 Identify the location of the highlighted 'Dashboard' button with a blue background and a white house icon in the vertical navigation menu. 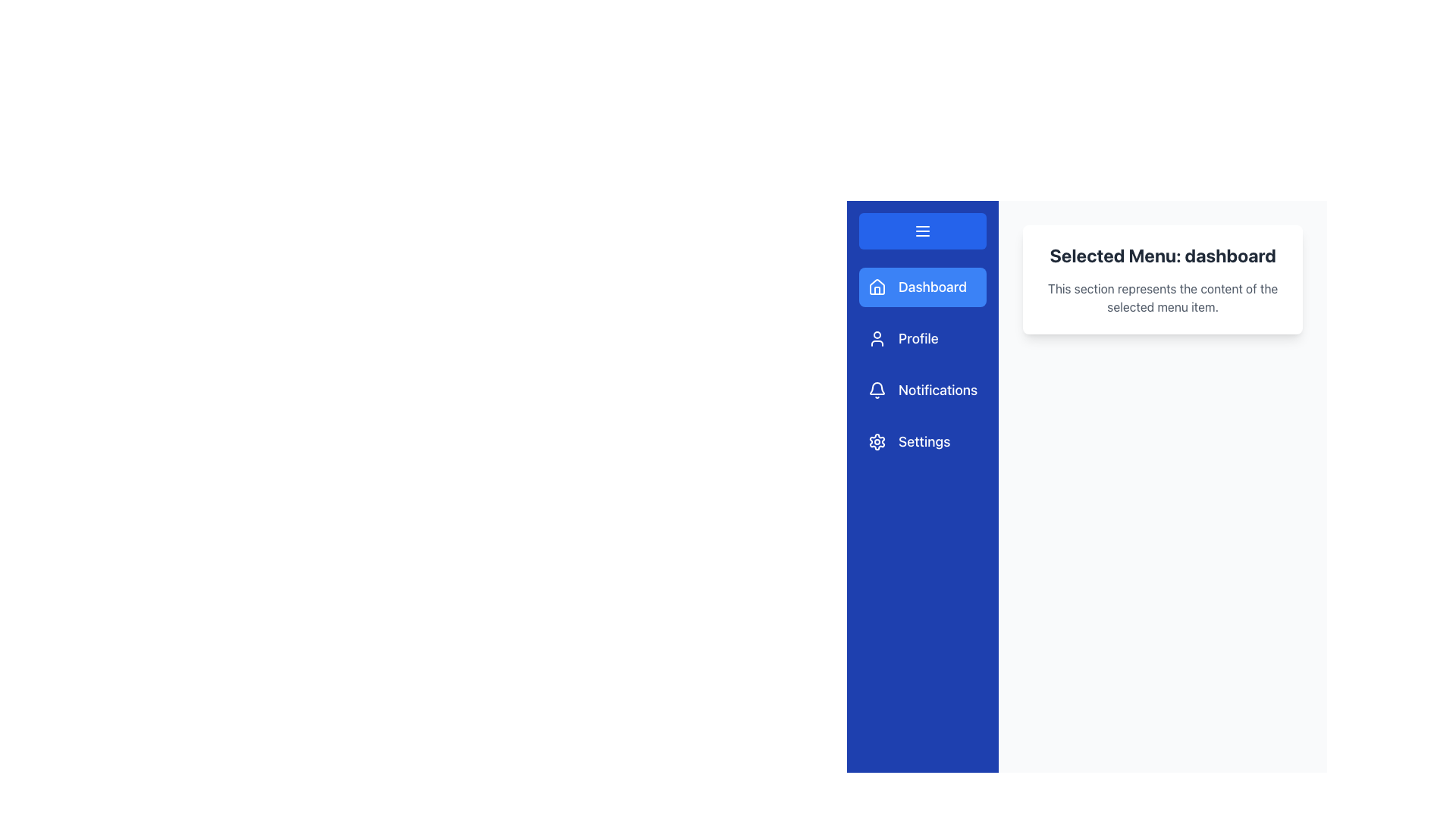
(922, 287).